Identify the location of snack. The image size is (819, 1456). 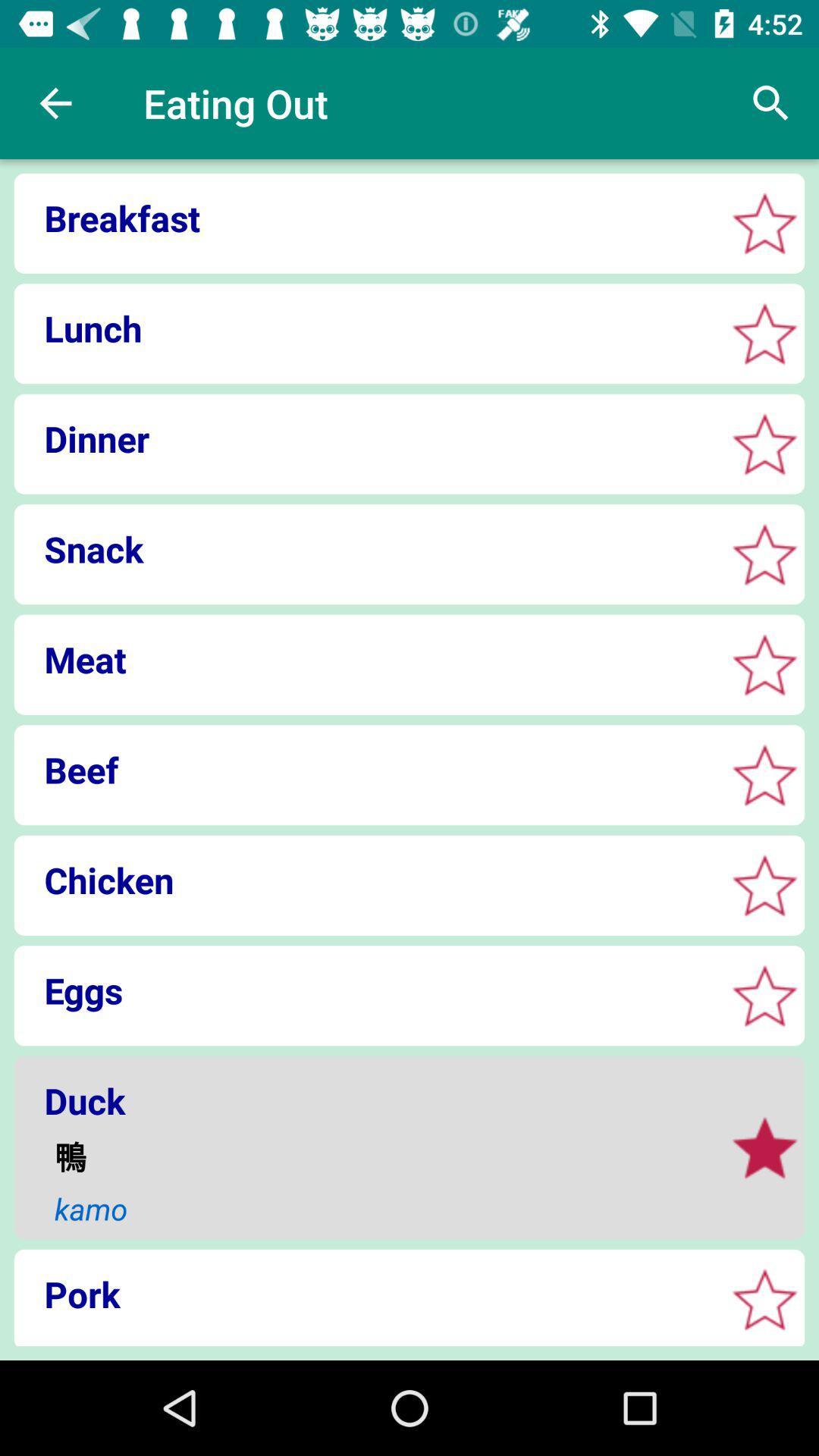
(365, 548).